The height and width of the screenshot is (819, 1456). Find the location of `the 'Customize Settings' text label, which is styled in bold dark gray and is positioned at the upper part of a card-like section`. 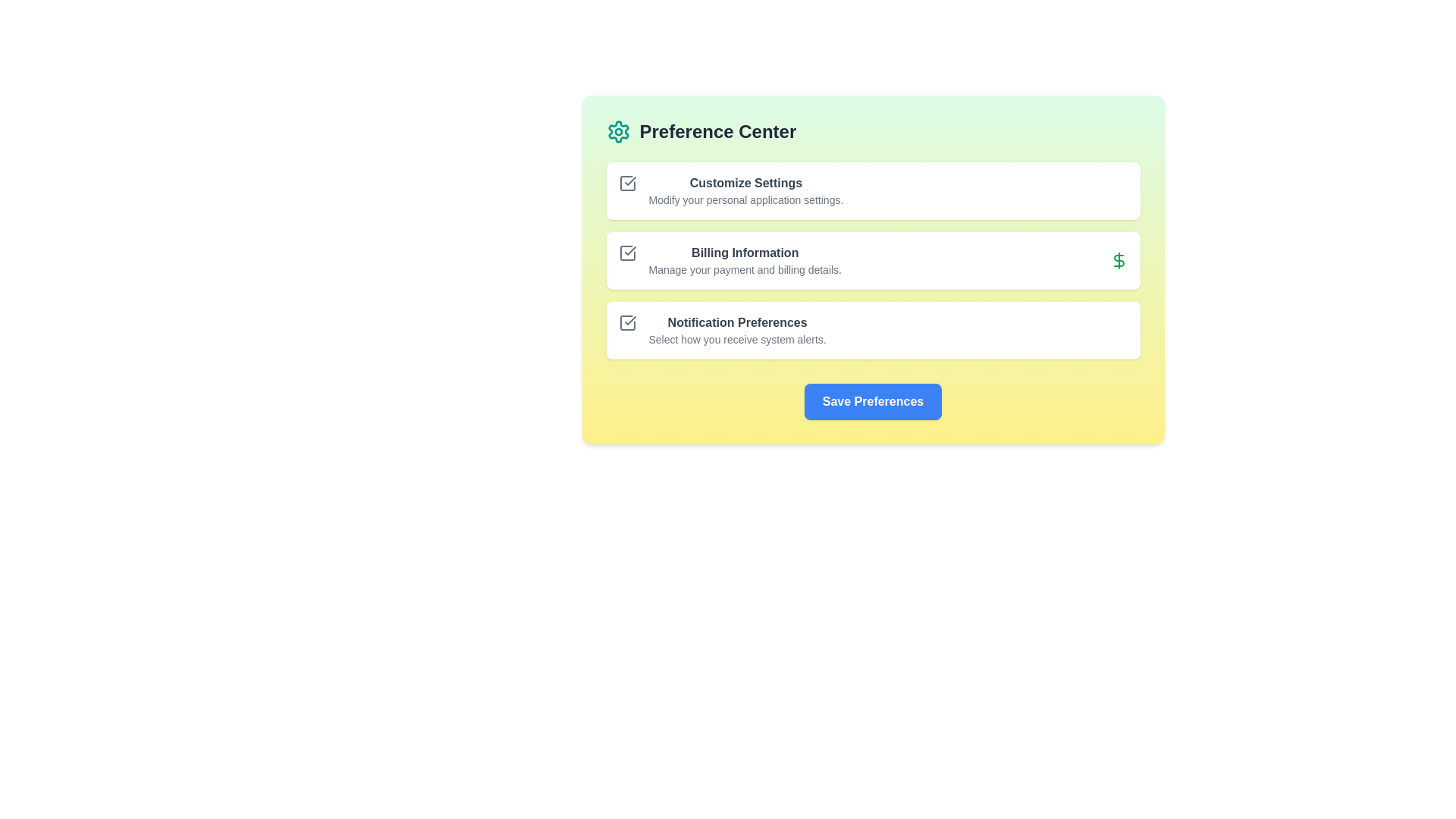

the 'Customize Settings' text label, which is styled in bold dark gray and is positioned at the upper part of a card-like section is located at coordinates (745, 183).